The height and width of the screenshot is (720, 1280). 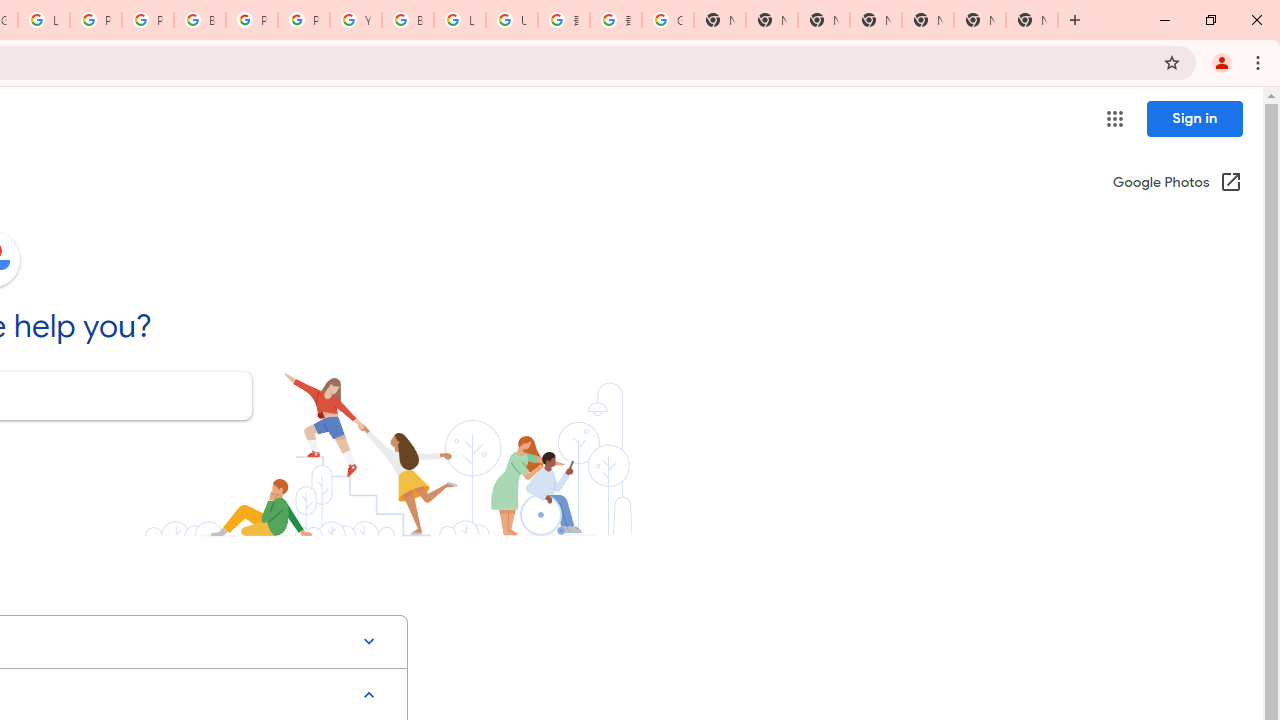 I want to click on 'Google Images', so click(x=668, y=20).